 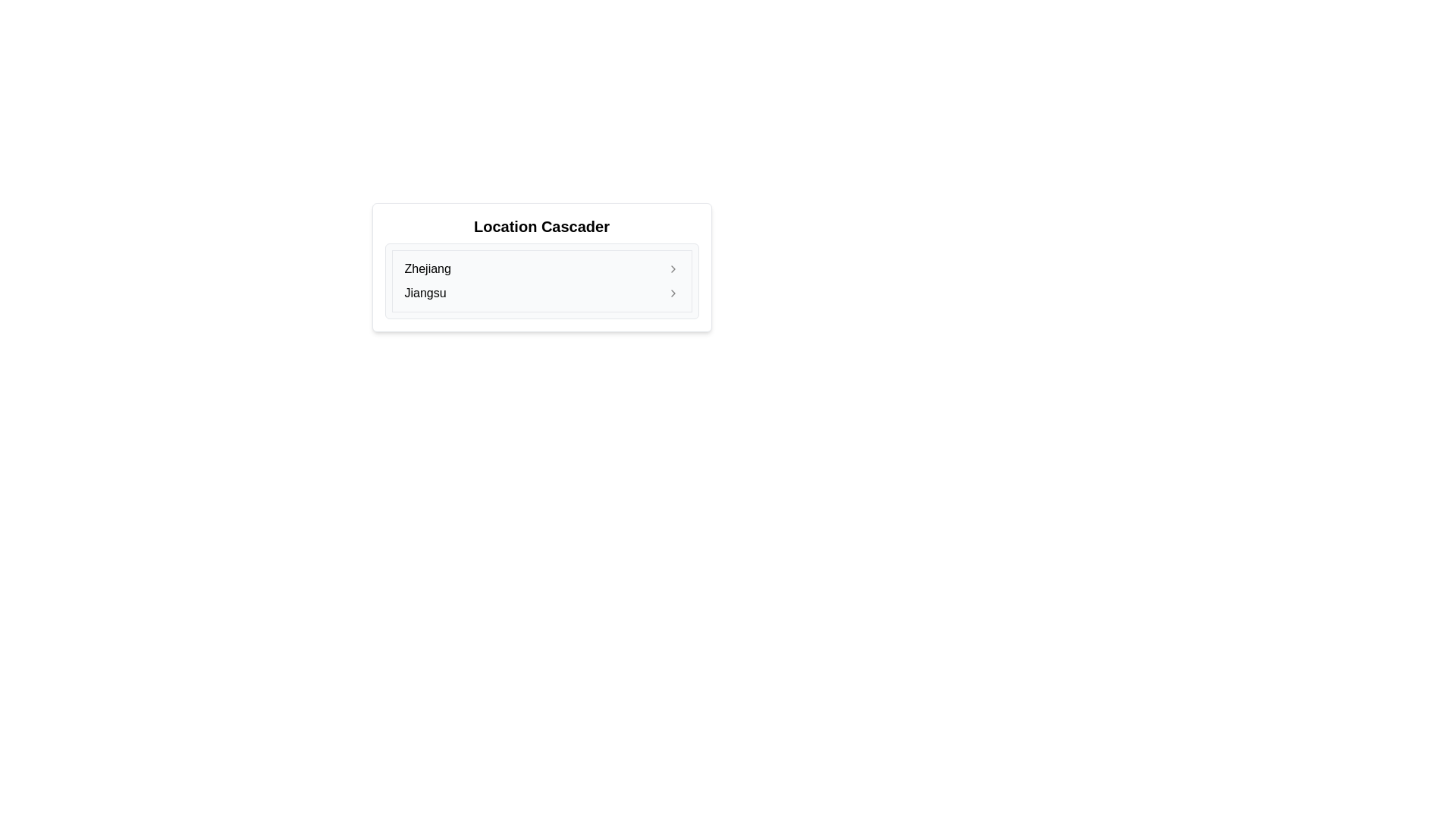 What do you see at coordinates (672, 293) in the screenshot?
I see `the small gray chevron icon pointing to the right, located to the far right of the row containing the text 'Jiangsu'` at bounding box center [672, 293].